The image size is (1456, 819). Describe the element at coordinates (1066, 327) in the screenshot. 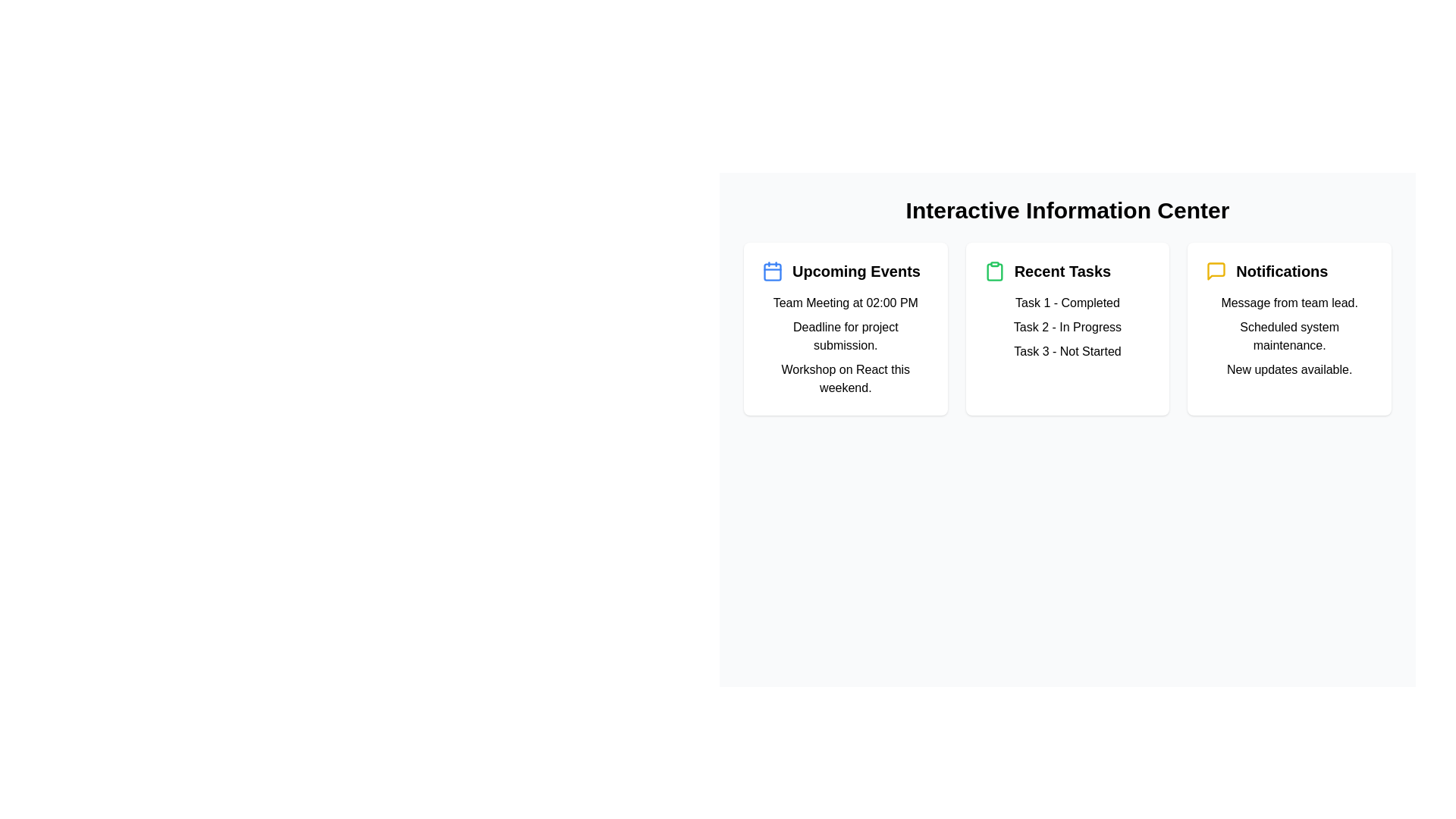

I see `the informational list that summarizes the statuses of three tasks located in the 'Recent Tasks' section beneath the header 'Recent Tasks'` at that location.